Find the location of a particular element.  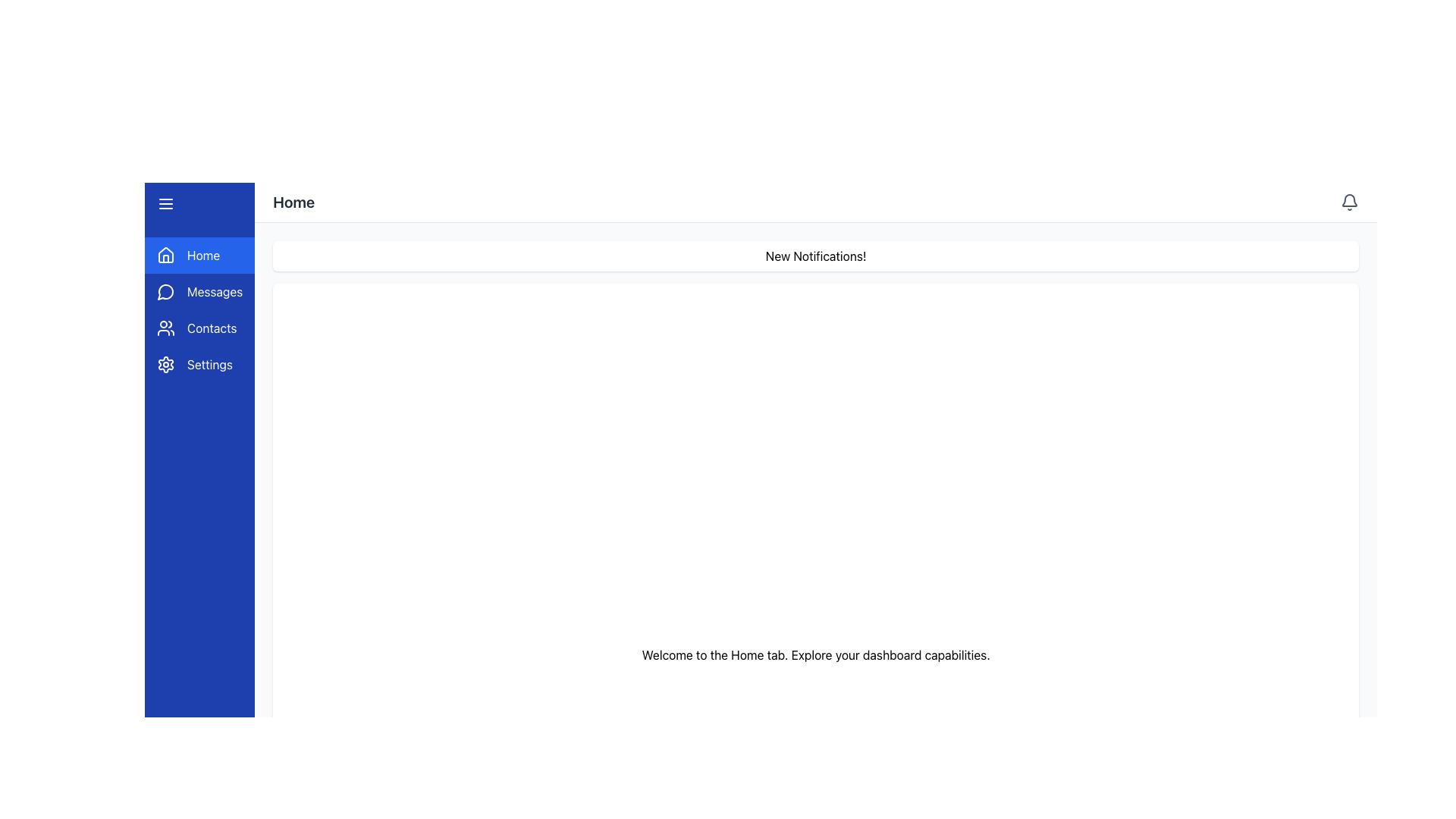

the 'Contacts' text label located in the vertical navigation bar is located at coordinates (211, 327).